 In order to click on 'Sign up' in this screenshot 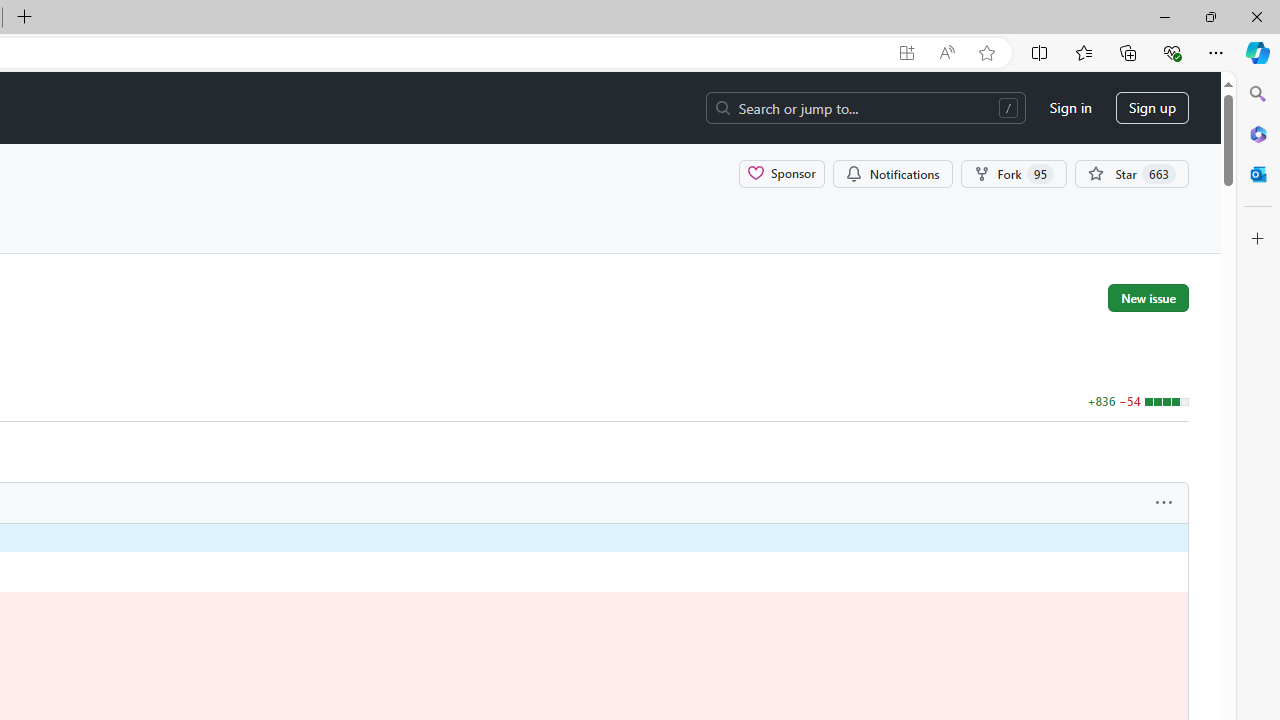, I will do `click(1152, 108)`.